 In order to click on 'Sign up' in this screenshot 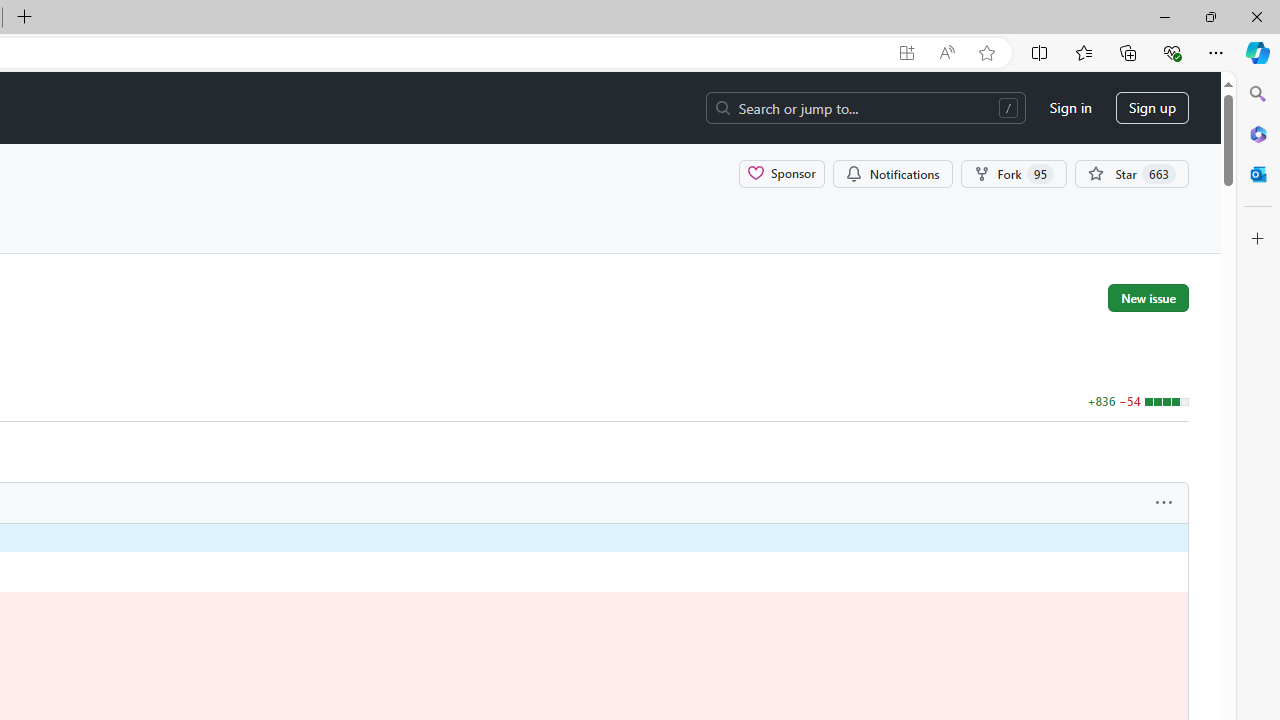, I will do `click(1152, 108)`.